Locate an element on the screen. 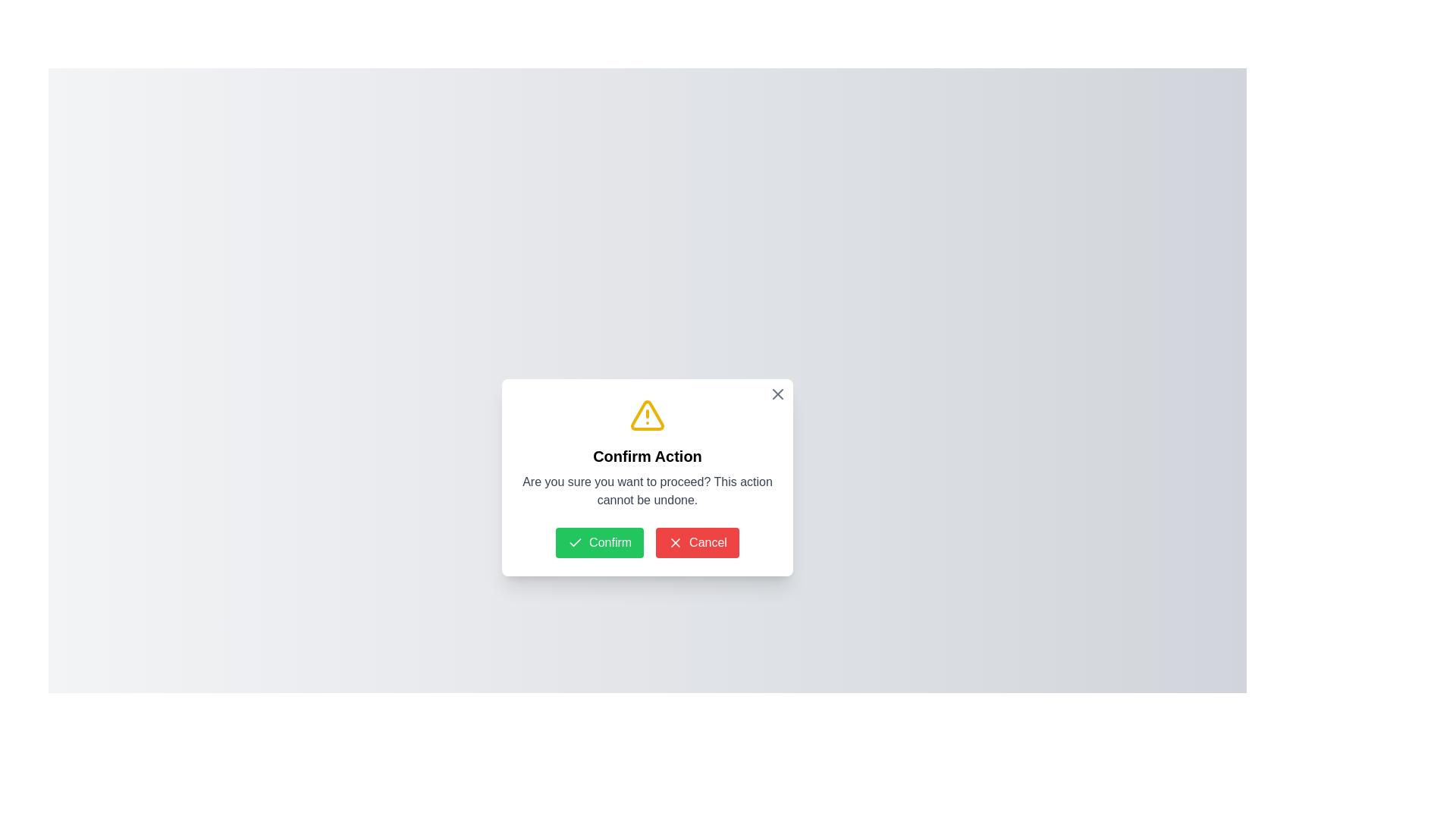  the header text label displaying 'Confirm Action' which is centrally positioned below the alert icon in the dialog box is located at coordinates (648, 455).